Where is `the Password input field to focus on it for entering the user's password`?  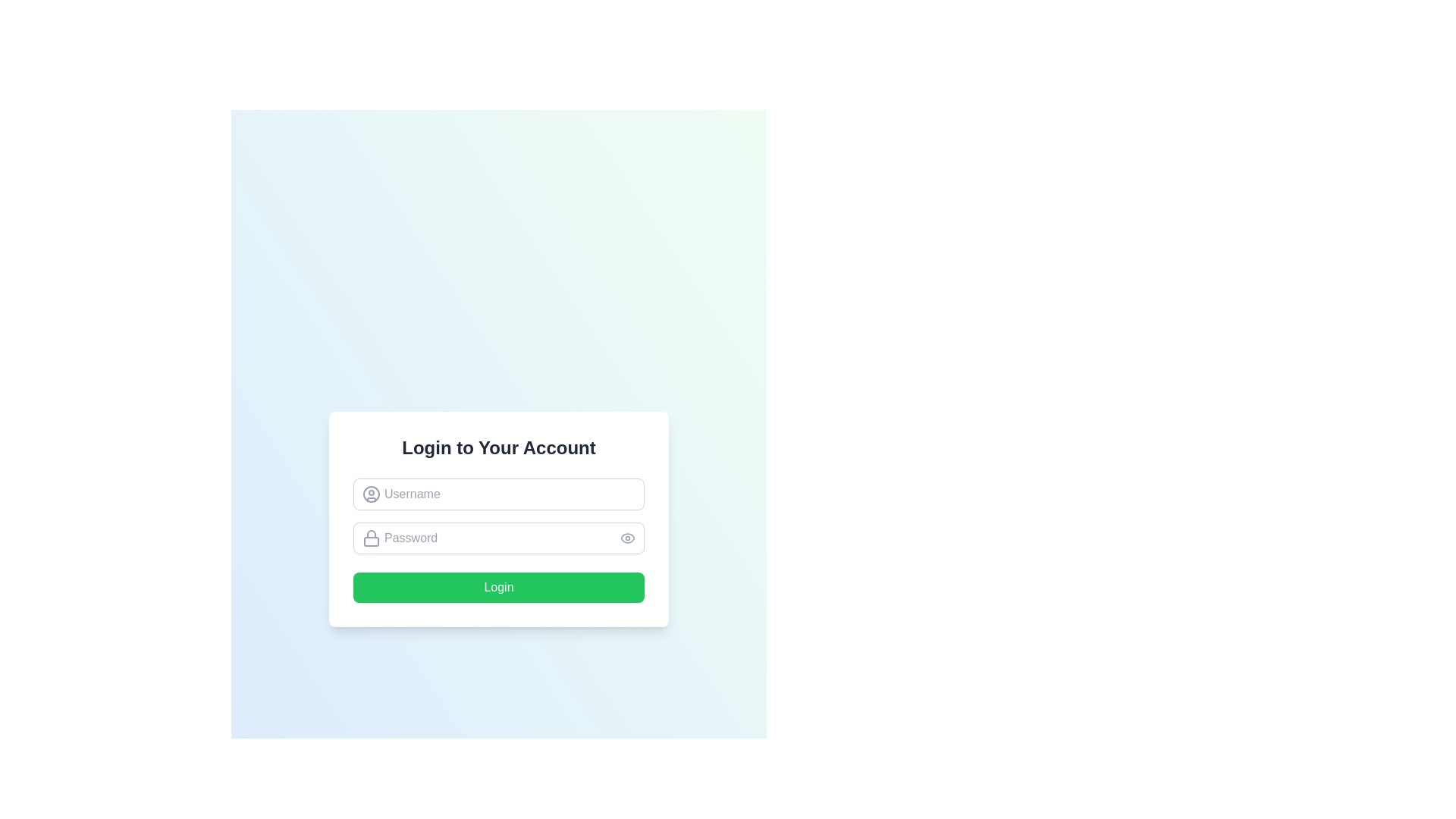 the Password input field to focus on it for entering the user's password is located at coordinates (498, 537).